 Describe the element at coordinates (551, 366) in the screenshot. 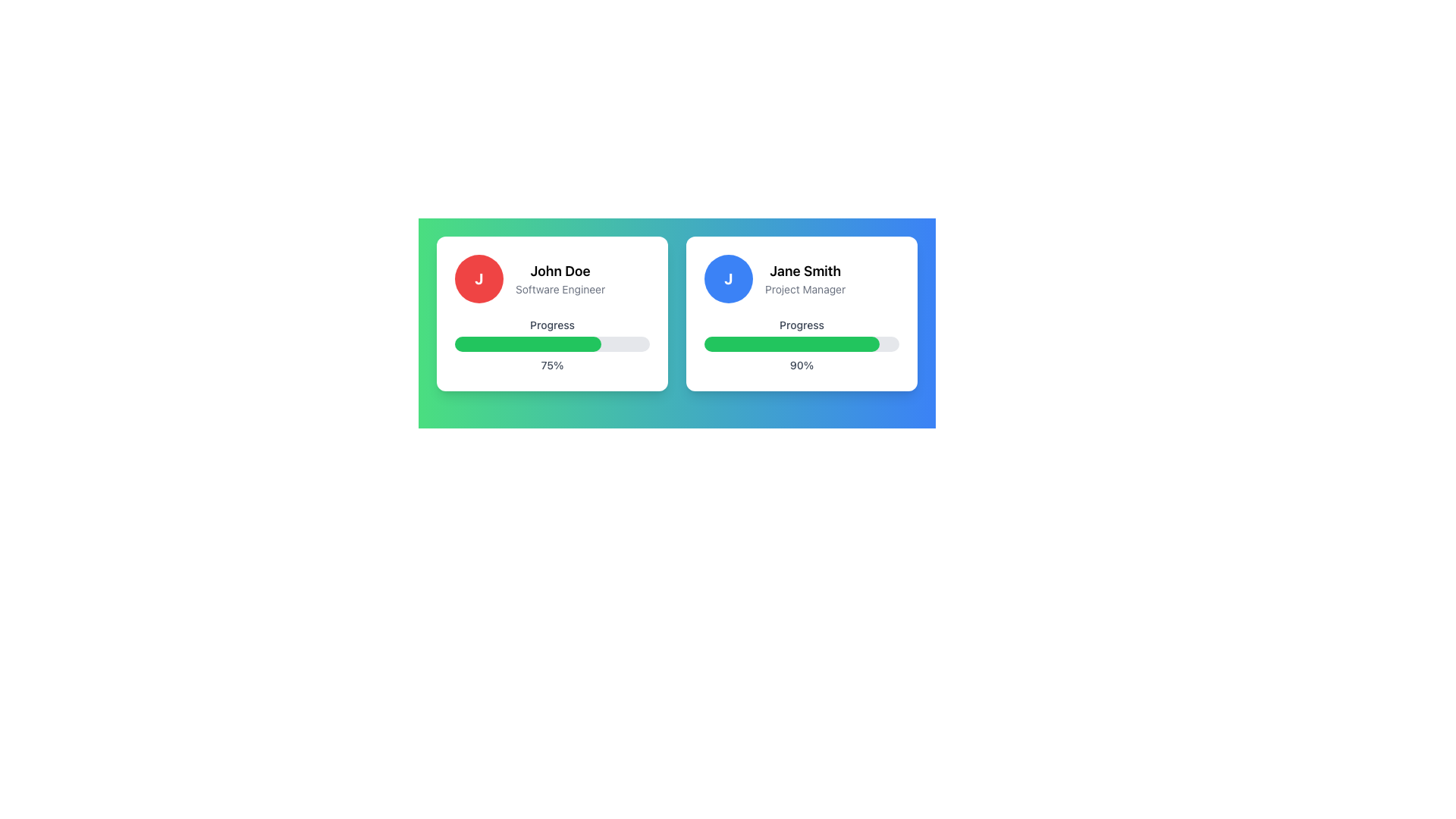

I see `the Text Label displaying '75%' which is located below the green progress bar in the leftmost user card` at that location.